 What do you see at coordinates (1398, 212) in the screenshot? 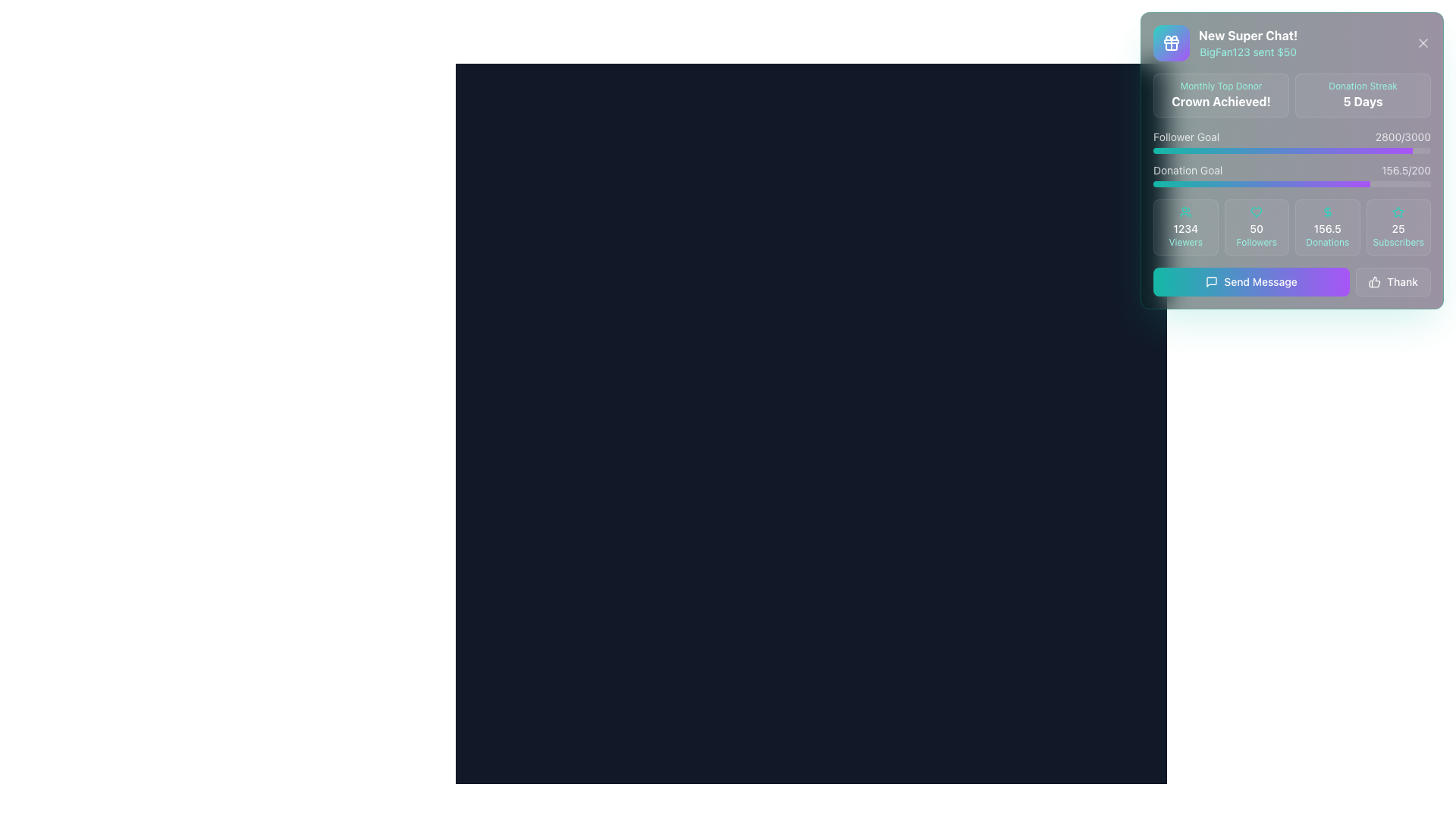
I see `the teal star-shaped icon located in the top-right corner of the interface, positioned above the number '25' and the label 'subscribers'` at bounding box center [1398, 212].